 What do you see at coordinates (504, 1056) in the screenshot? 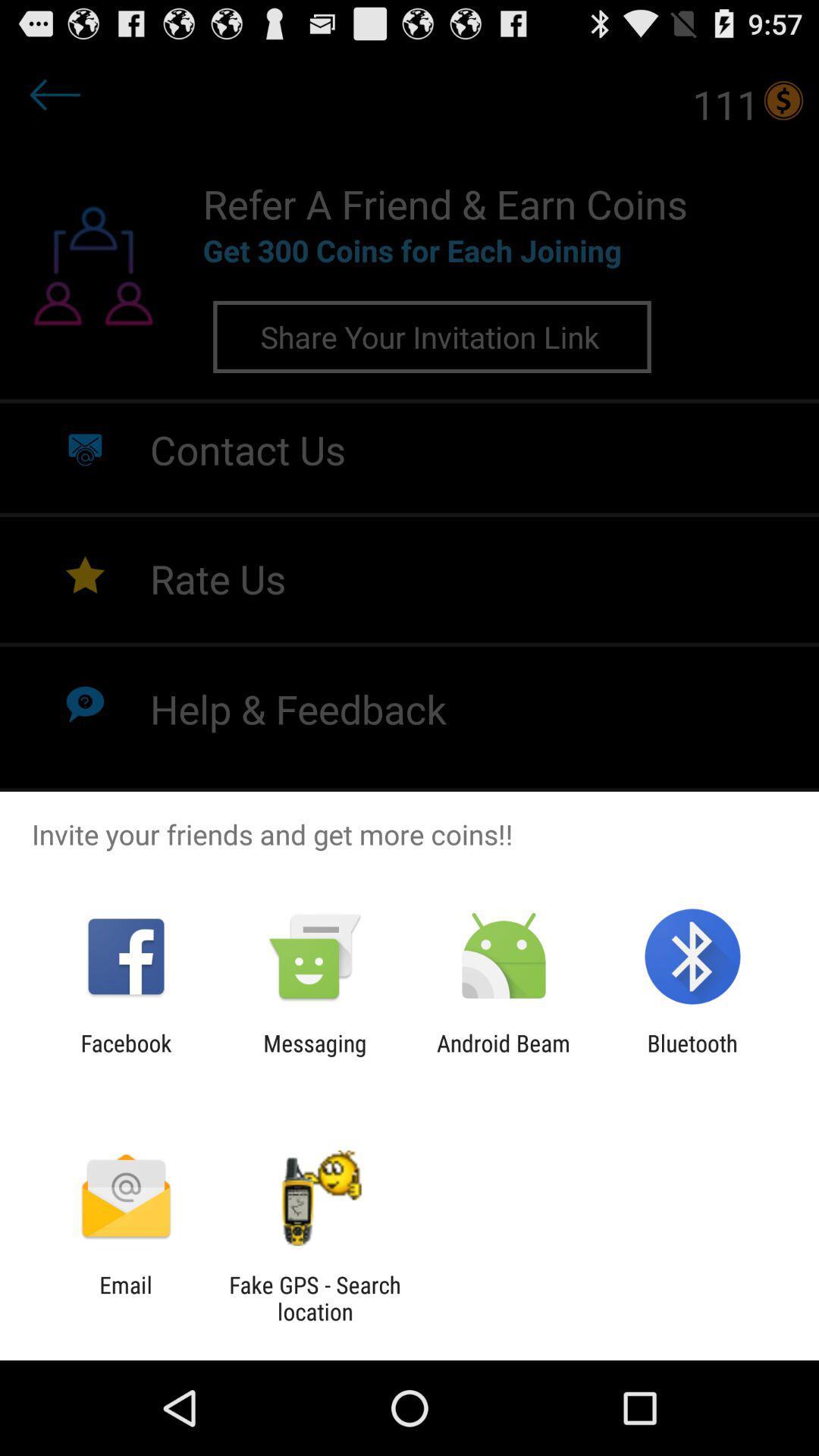
I see `the icon to the left of the bluetooth icon` at bounding box center [504, 1056].